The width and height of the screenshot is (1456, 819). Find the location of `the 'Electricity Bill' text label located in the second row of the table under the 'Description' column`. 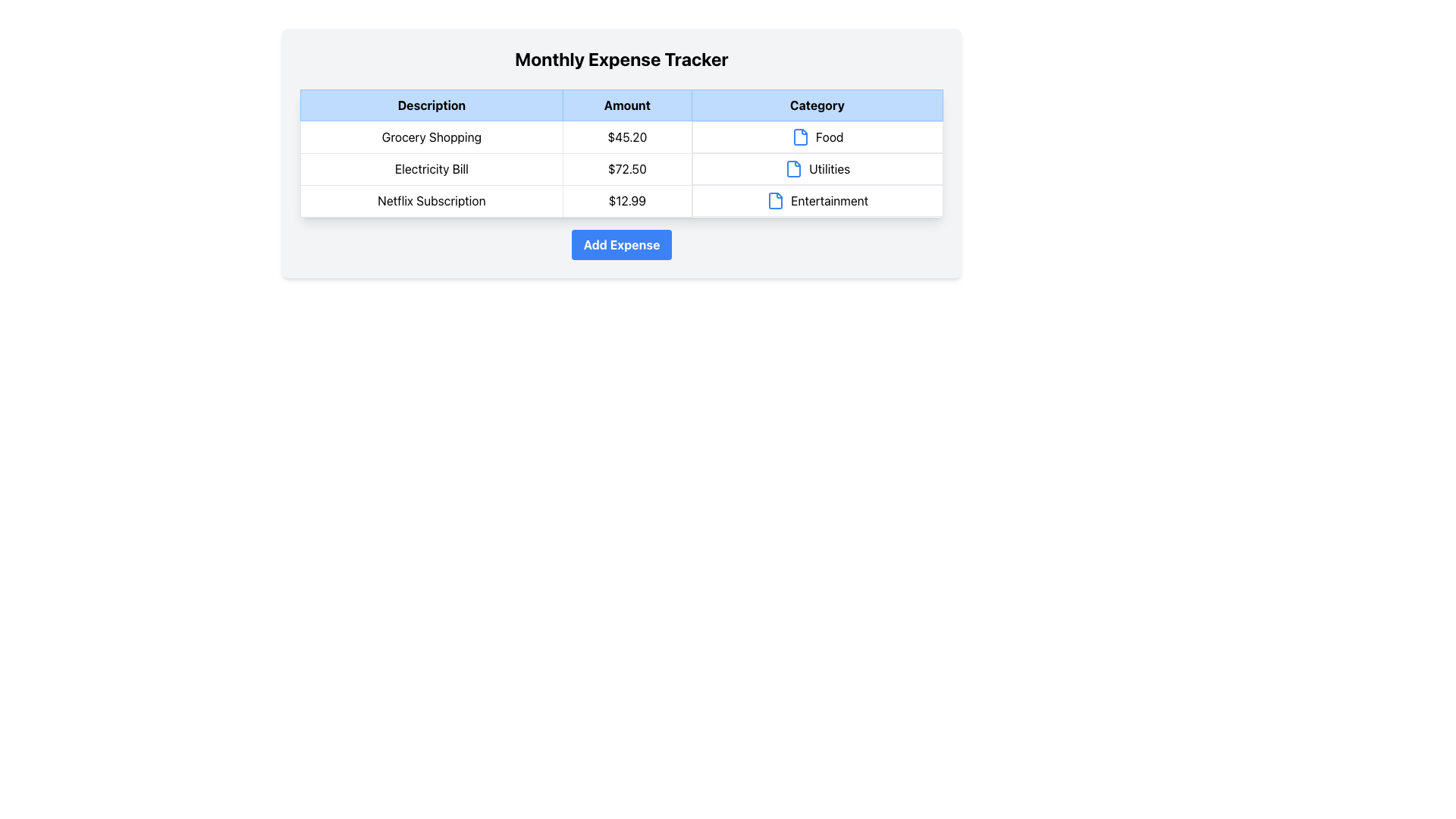

the 'Electricity Bill' text label located in the second row of the table under the 'Description' column is located at coordinates (431, 169).